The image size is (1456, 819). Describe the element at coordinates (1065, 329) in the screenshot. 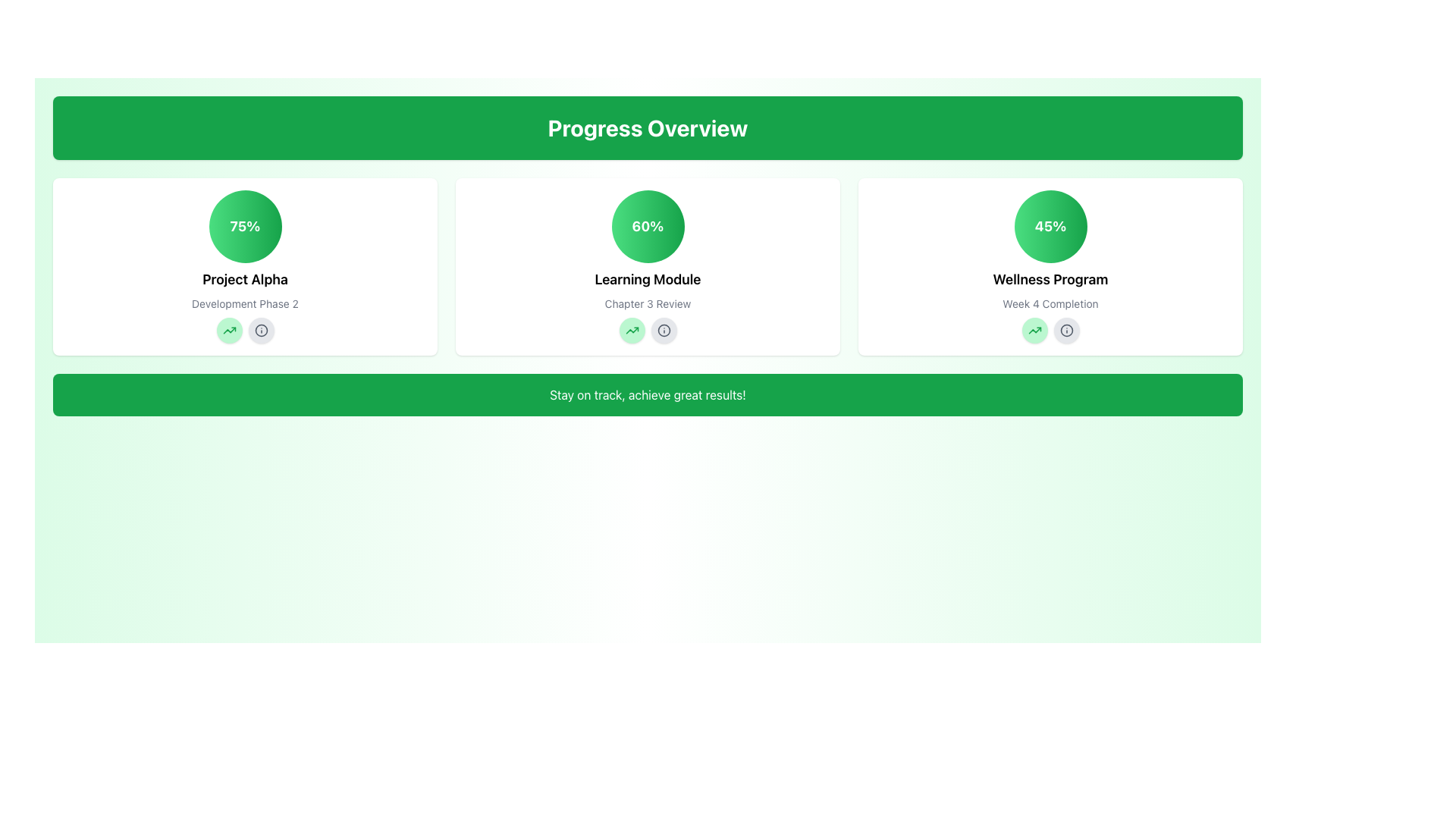

I see `the informational icon styled in a circle with a grayish background located in the lower section of the middle card` at that location.